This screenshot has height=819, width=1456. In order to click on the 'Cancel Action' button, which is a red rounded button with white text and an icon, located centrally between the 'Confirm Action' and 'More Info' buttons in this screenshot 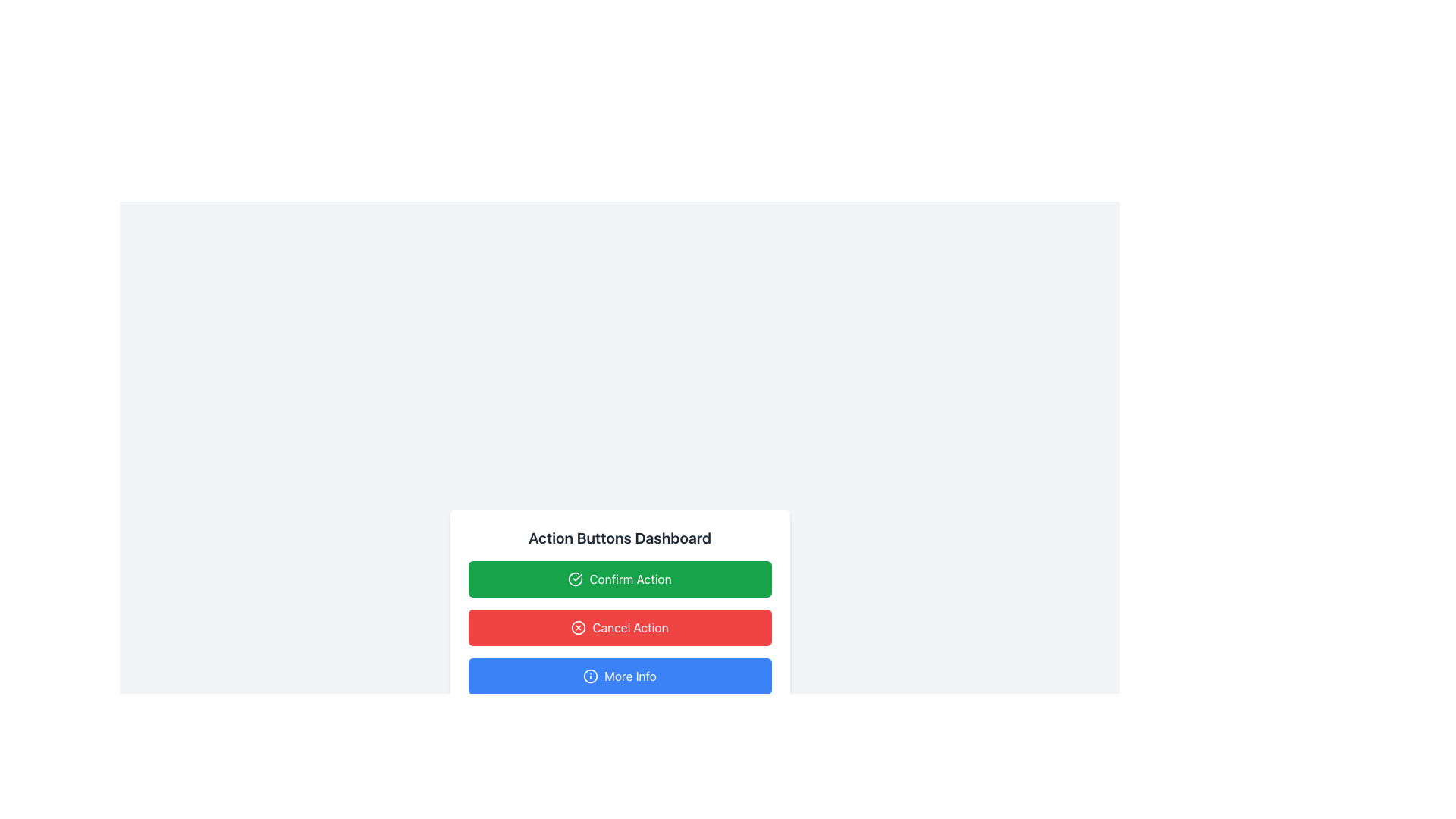, I will do `click(630, 628)`.